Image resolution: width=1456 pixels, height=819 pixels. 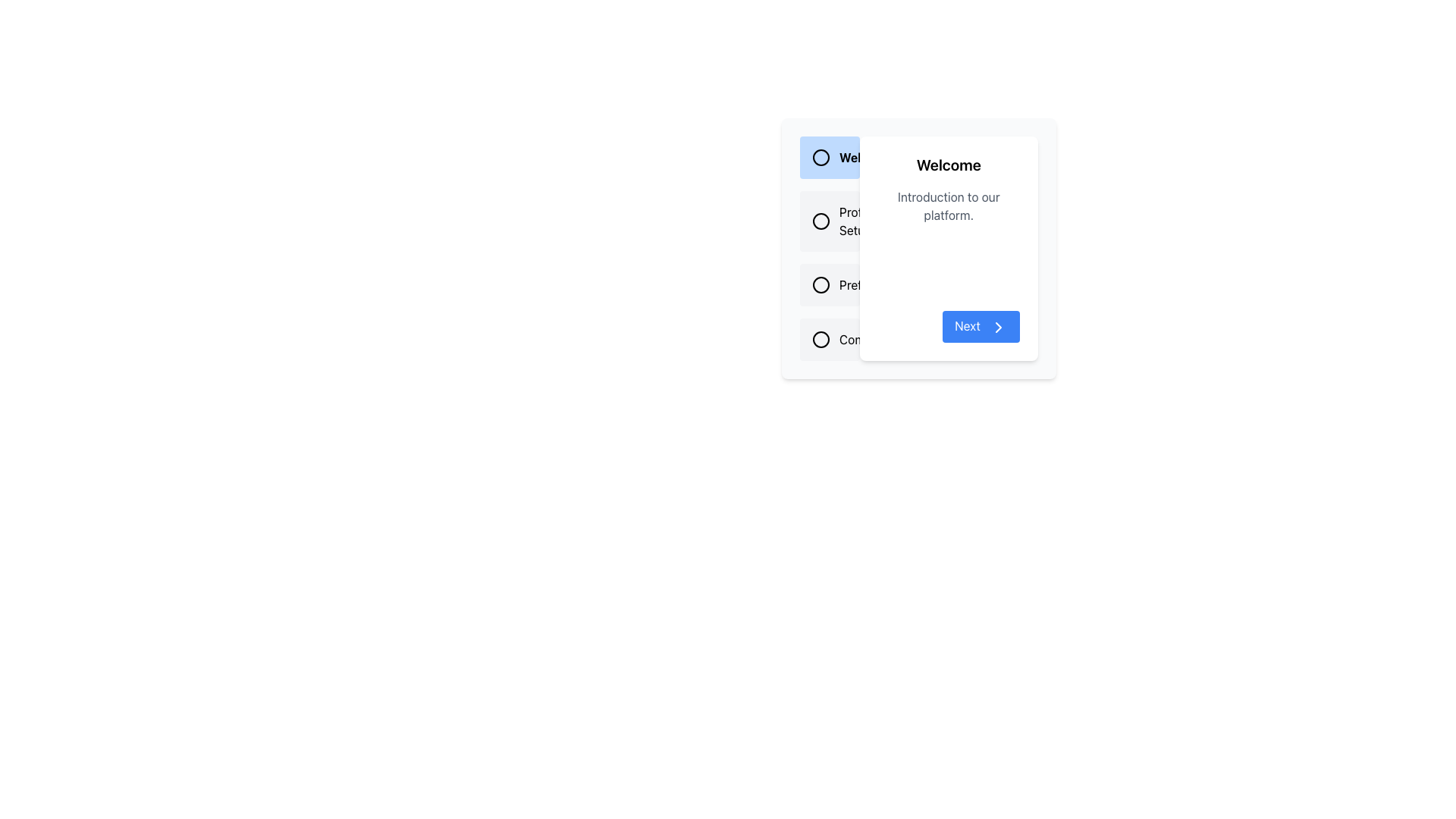 What do you see at coordinates (829, 284) in the screenshot?
I see `the 'Preferences' radio button` at bounding box center [829, 284].